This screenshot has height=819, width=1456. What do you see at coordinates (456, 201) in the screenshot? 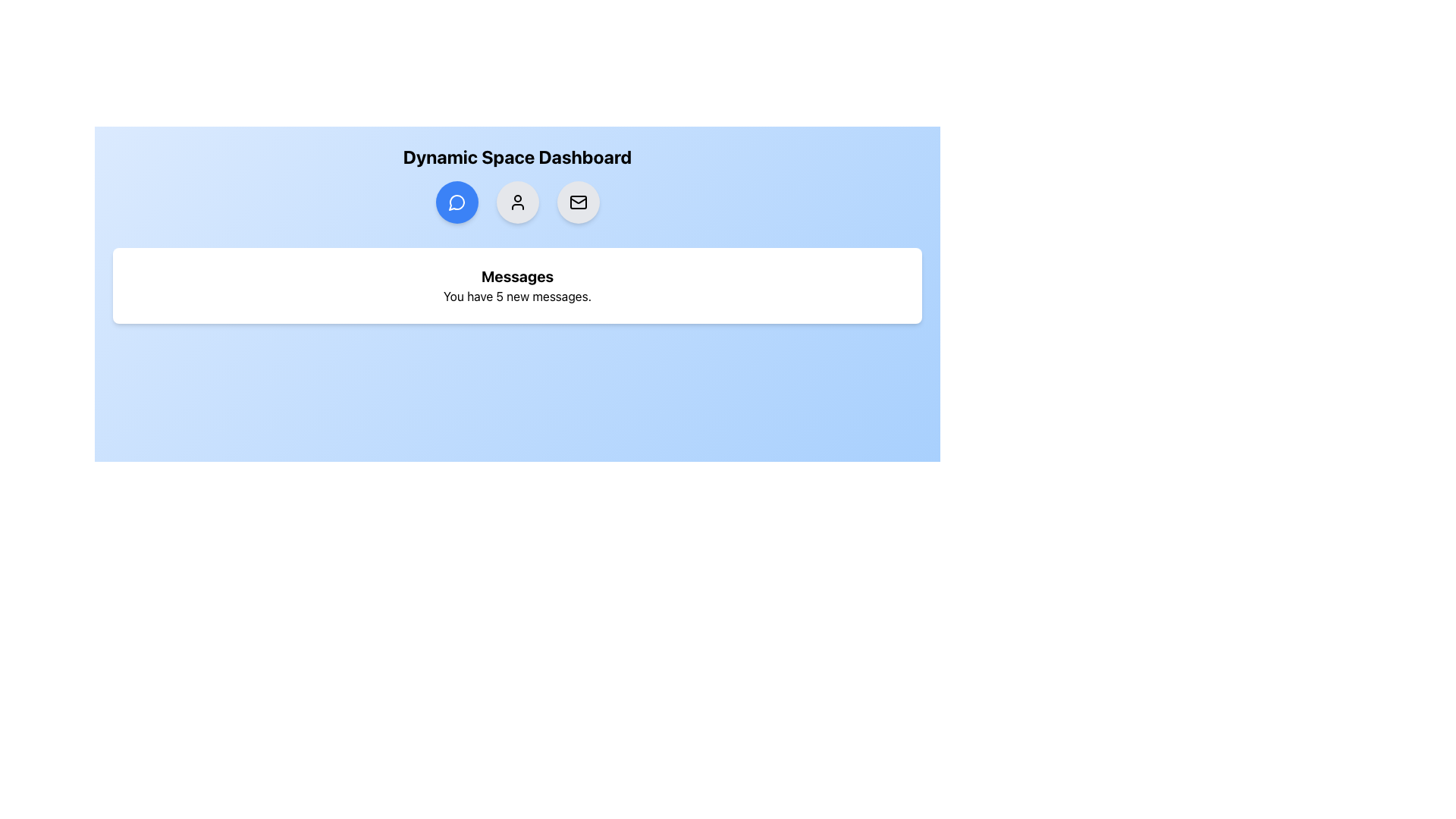
I see `the blue circular button with a message bubble icon located at the top-left corner of the row of three buttons` at bounding box center [456, 201].